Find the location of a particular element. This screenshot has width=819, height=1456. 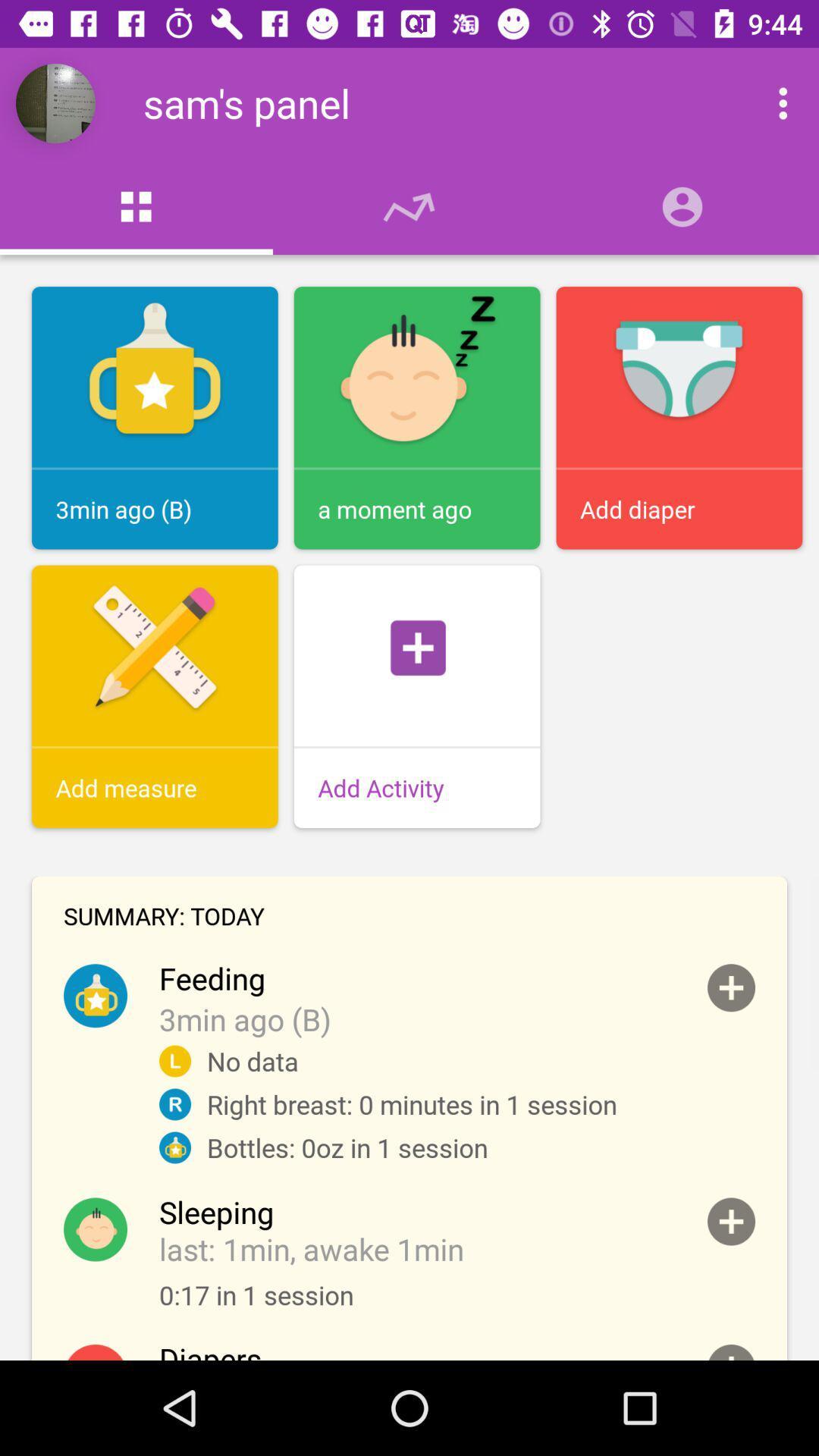

collapse/expand item is located at coordinates (730, 1352).